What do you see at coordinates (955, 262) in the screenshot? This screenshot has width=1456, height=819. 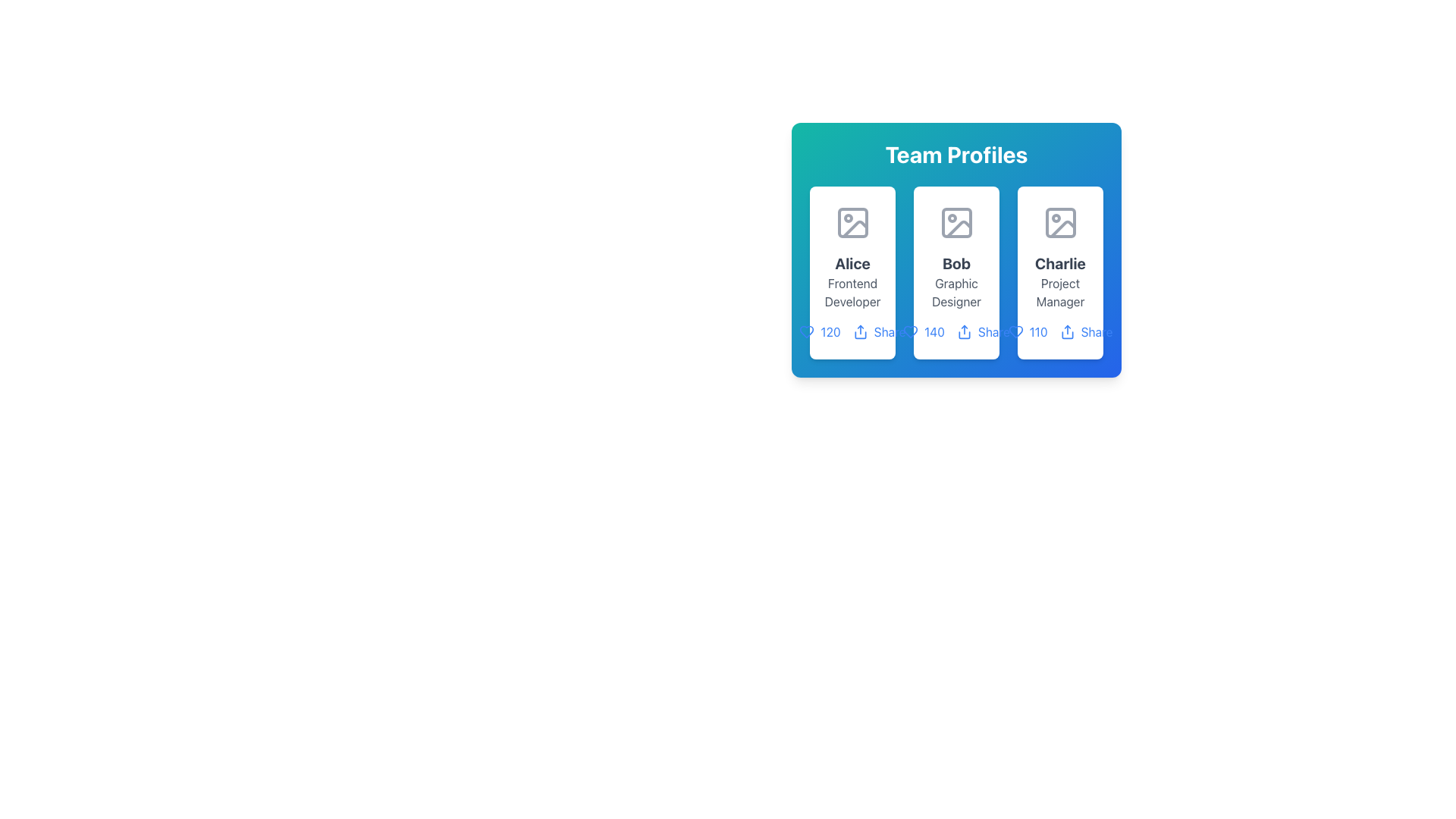 I see `the text label displaying 'Bob' in bold font, positioned in the middle card of the 'Team Profiles' section, above 'Graphic Designer'` at bounding box center [955, 262].